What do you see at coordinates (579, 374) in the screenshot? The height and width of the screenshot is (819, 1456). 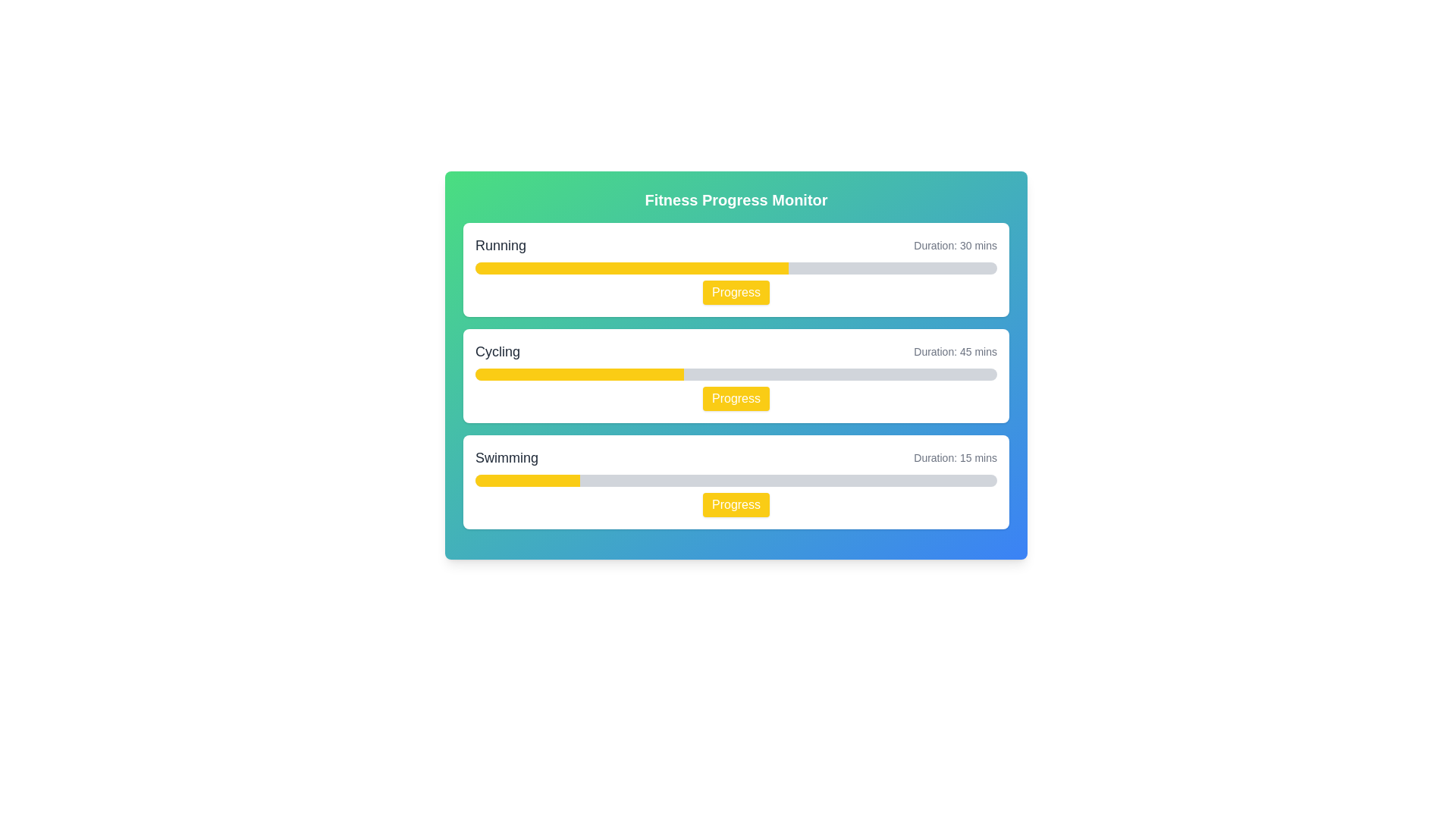 I see `the Progress Bar Segment indicating 40% completion for the 'Cycling' activity` at bounding box center [579, 374].